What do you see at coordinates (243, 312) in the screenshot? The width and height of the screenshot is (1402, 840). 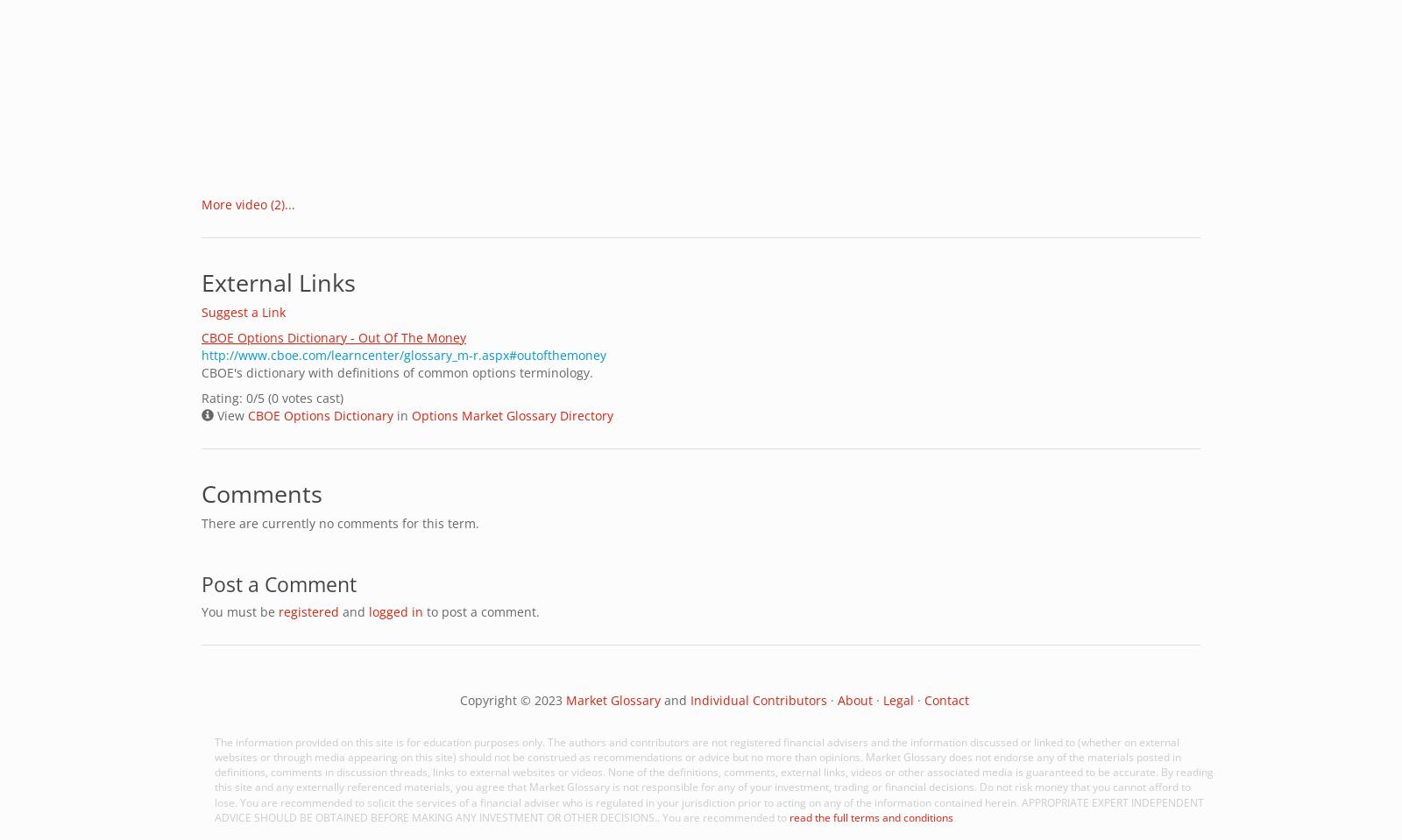 I see `'Suggest a Link'` at bounding box center [243, 312].